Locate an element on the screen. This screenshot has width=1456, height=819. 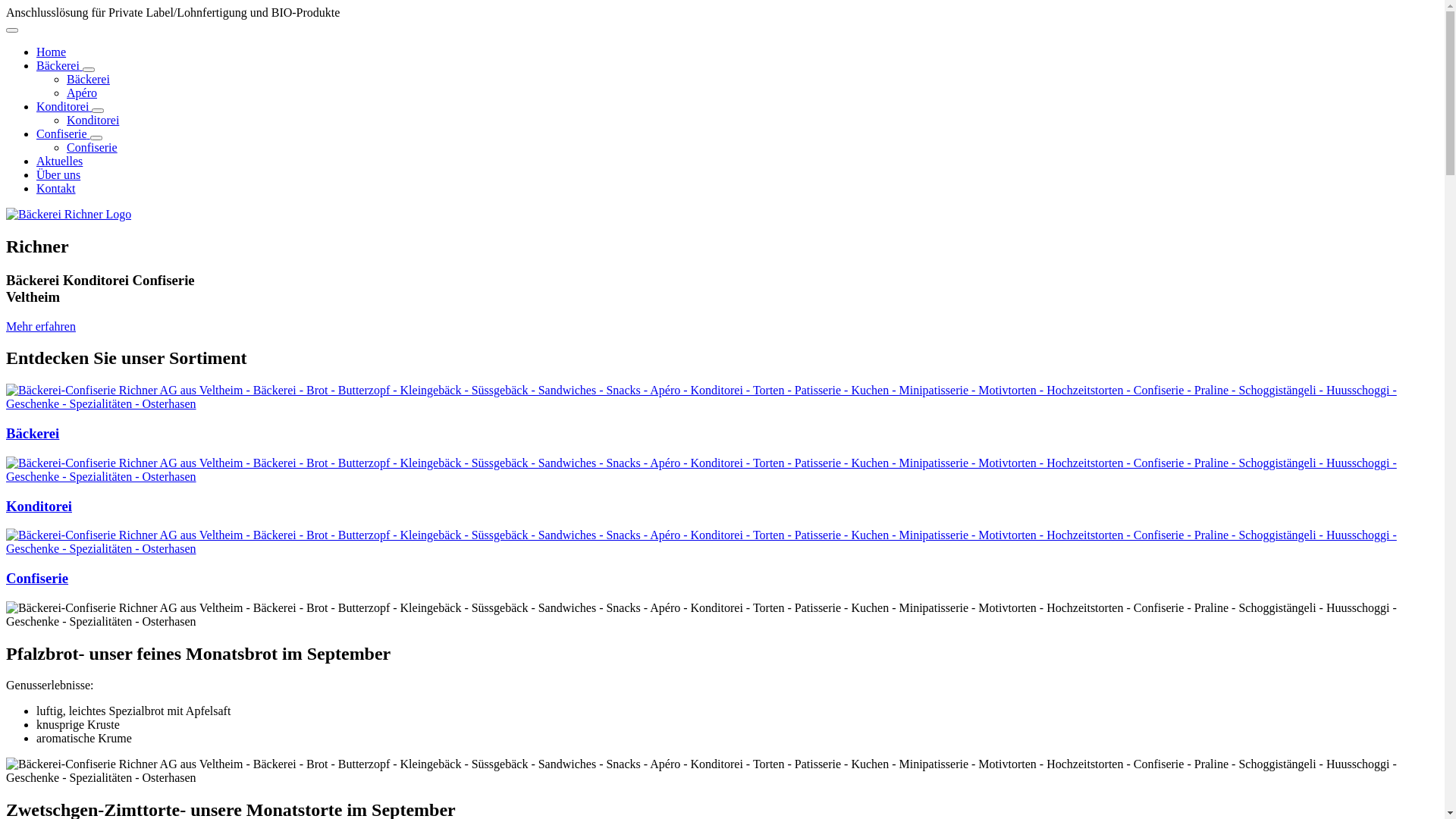
'Konditorei' is located at coordinates (63, 105).